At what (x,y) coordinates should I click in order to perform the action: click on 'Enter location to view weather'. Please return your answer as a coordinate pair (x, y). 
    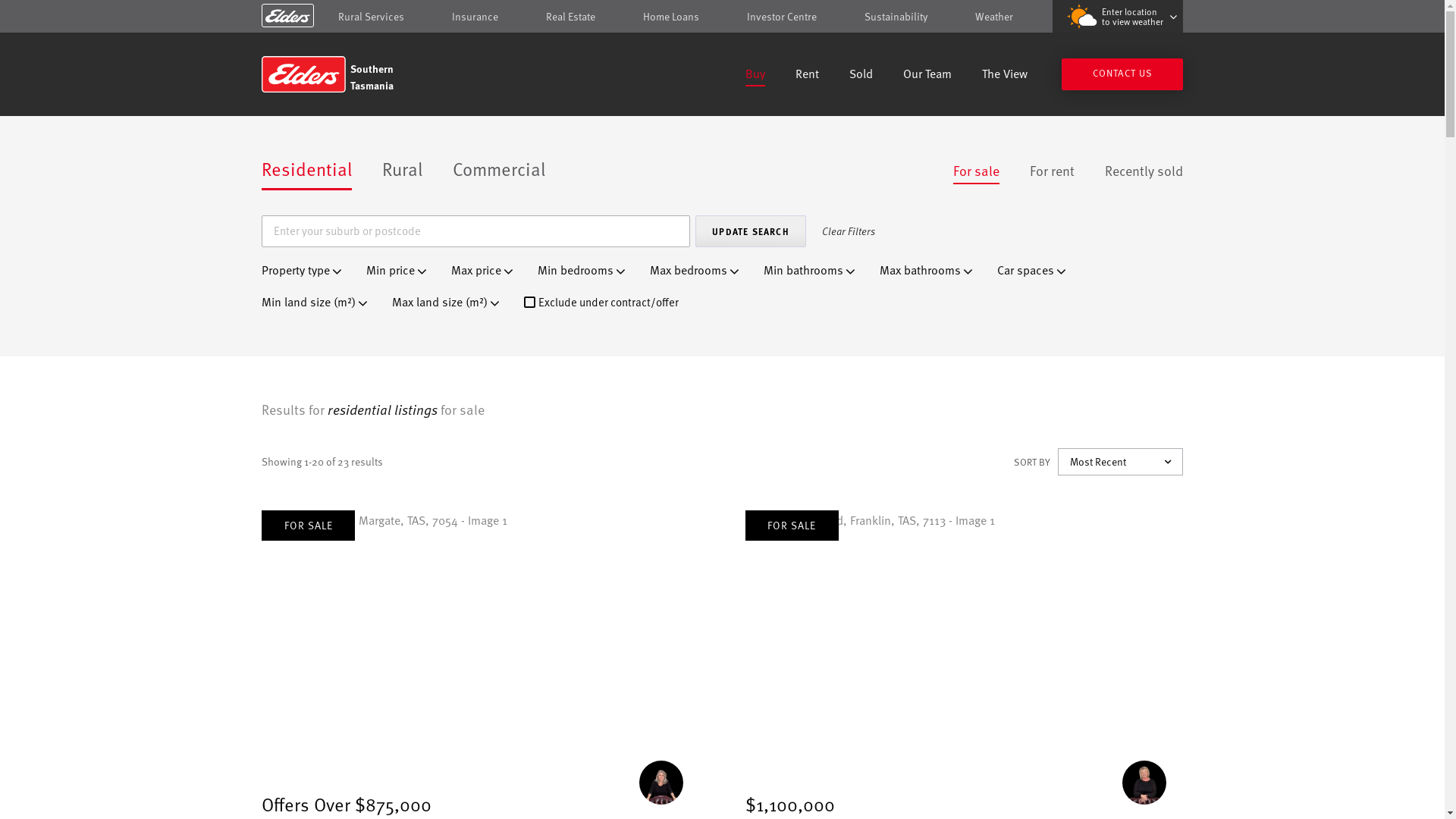
    Looking at the image, I should click on (1117, 16).